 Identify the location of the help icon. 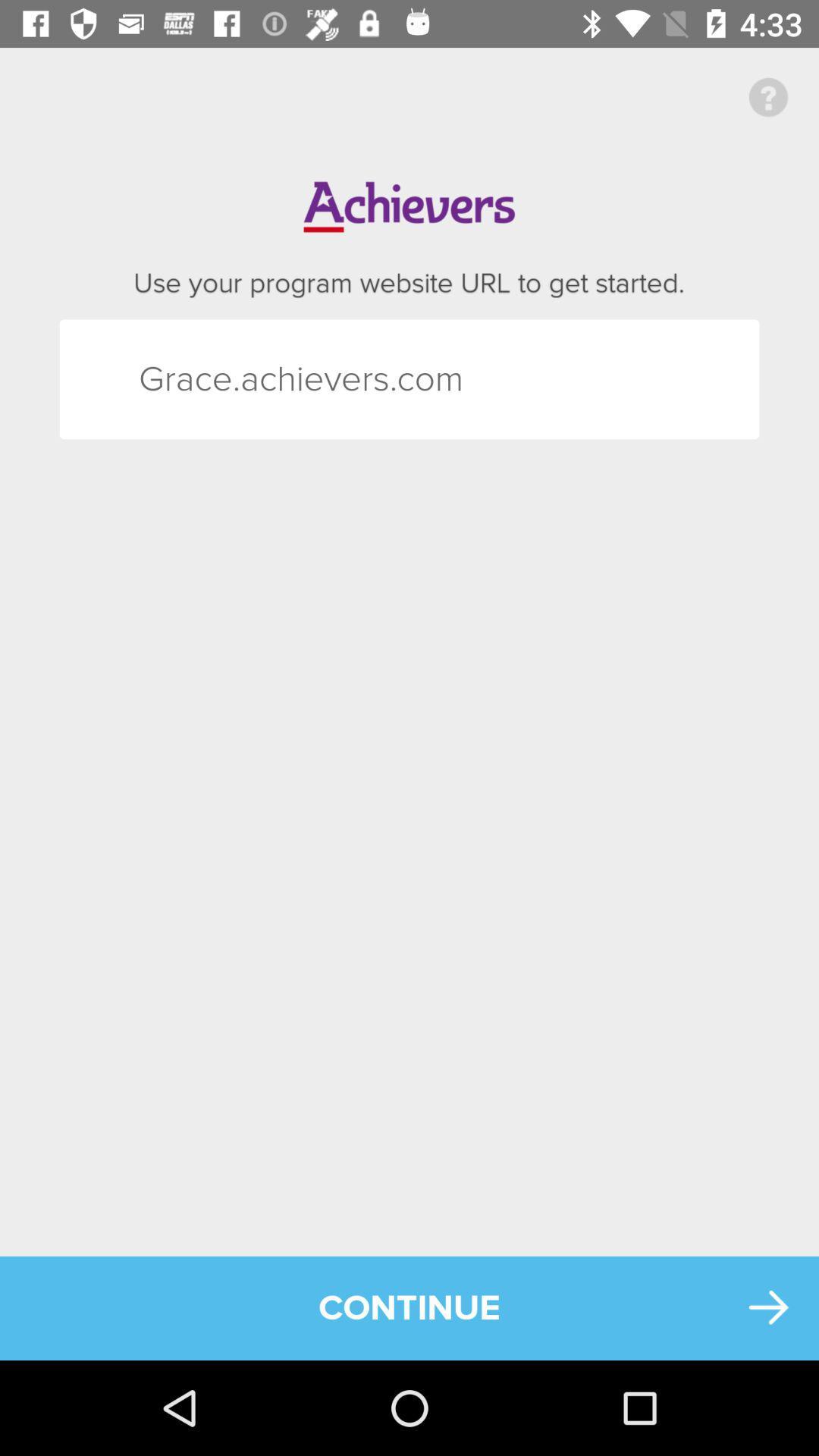
(769, 97).